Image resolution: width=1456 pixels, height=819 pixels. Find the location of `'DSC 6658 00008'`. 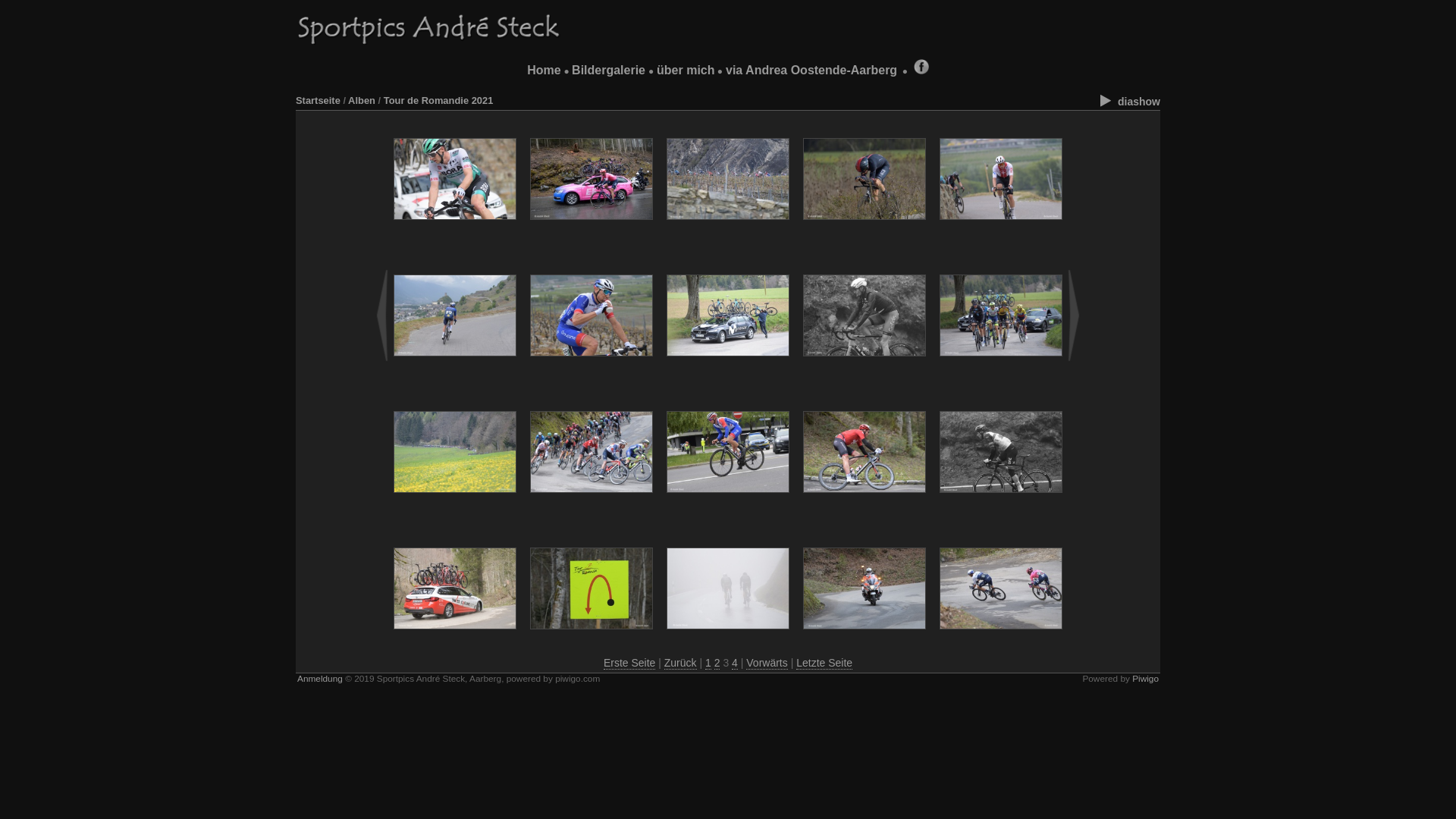

'DSC 6658 00008' is located at coordinates (454, 177).